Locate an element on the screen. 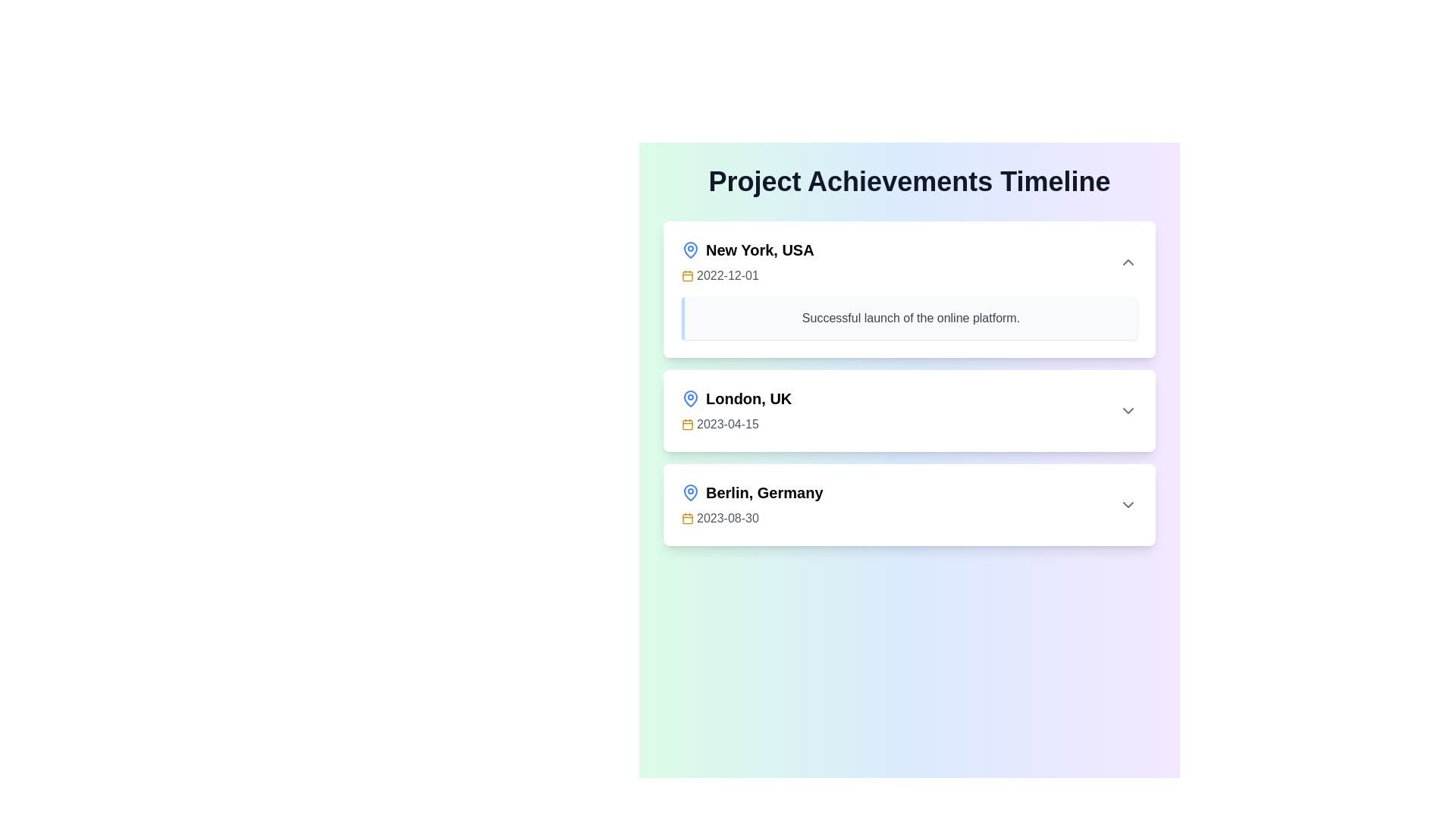 The width and height of the screenshot is (1456, 819). the small yellow and white calendar icon located to the left of the text '2023-08-30' in the third timeline item under 'Berlin, Germany' is located at coordinates (687, 517).